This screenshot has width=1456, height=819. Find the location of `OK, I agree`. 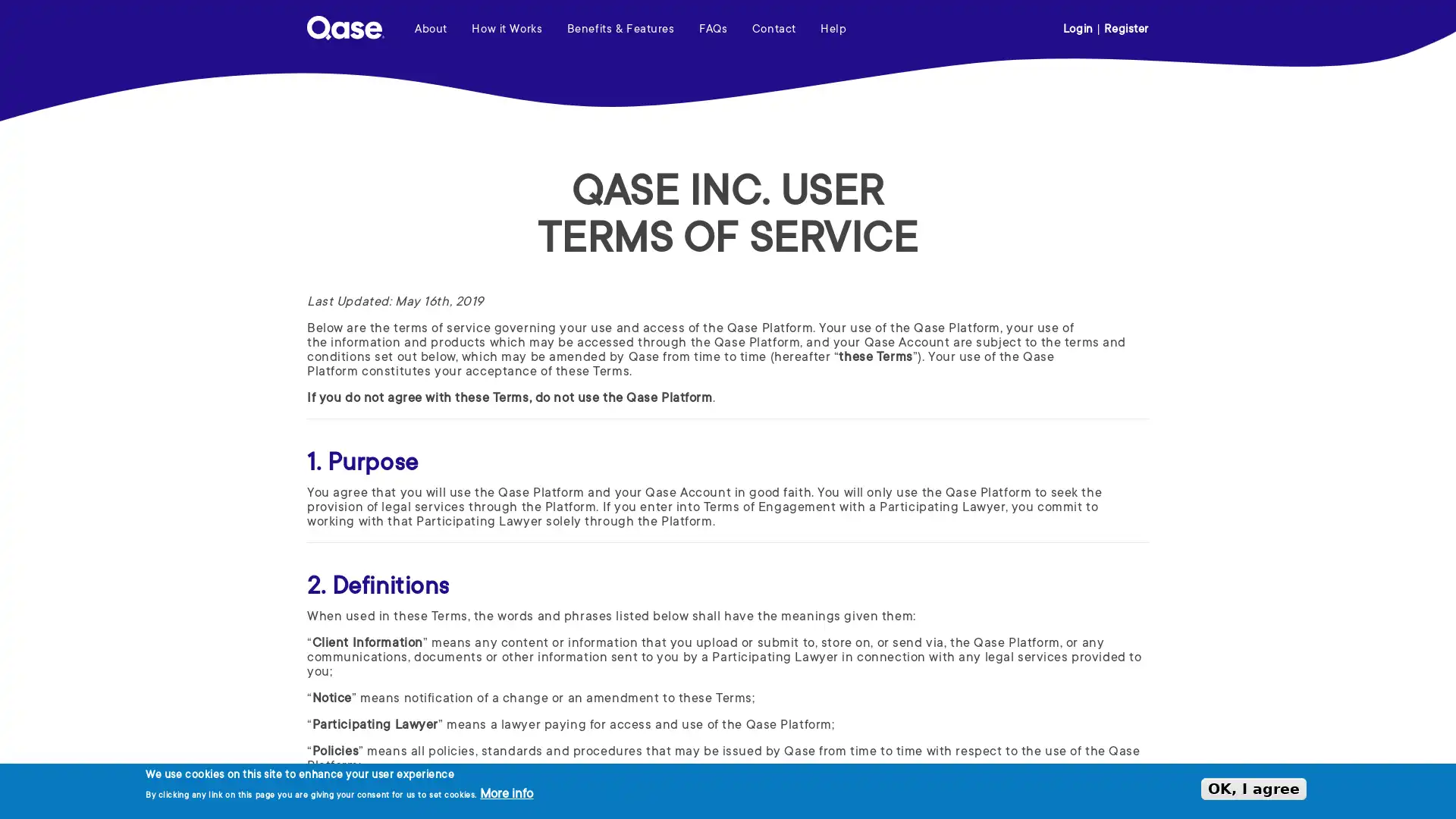

OK, I agree is located at coordinates (1254, 788).